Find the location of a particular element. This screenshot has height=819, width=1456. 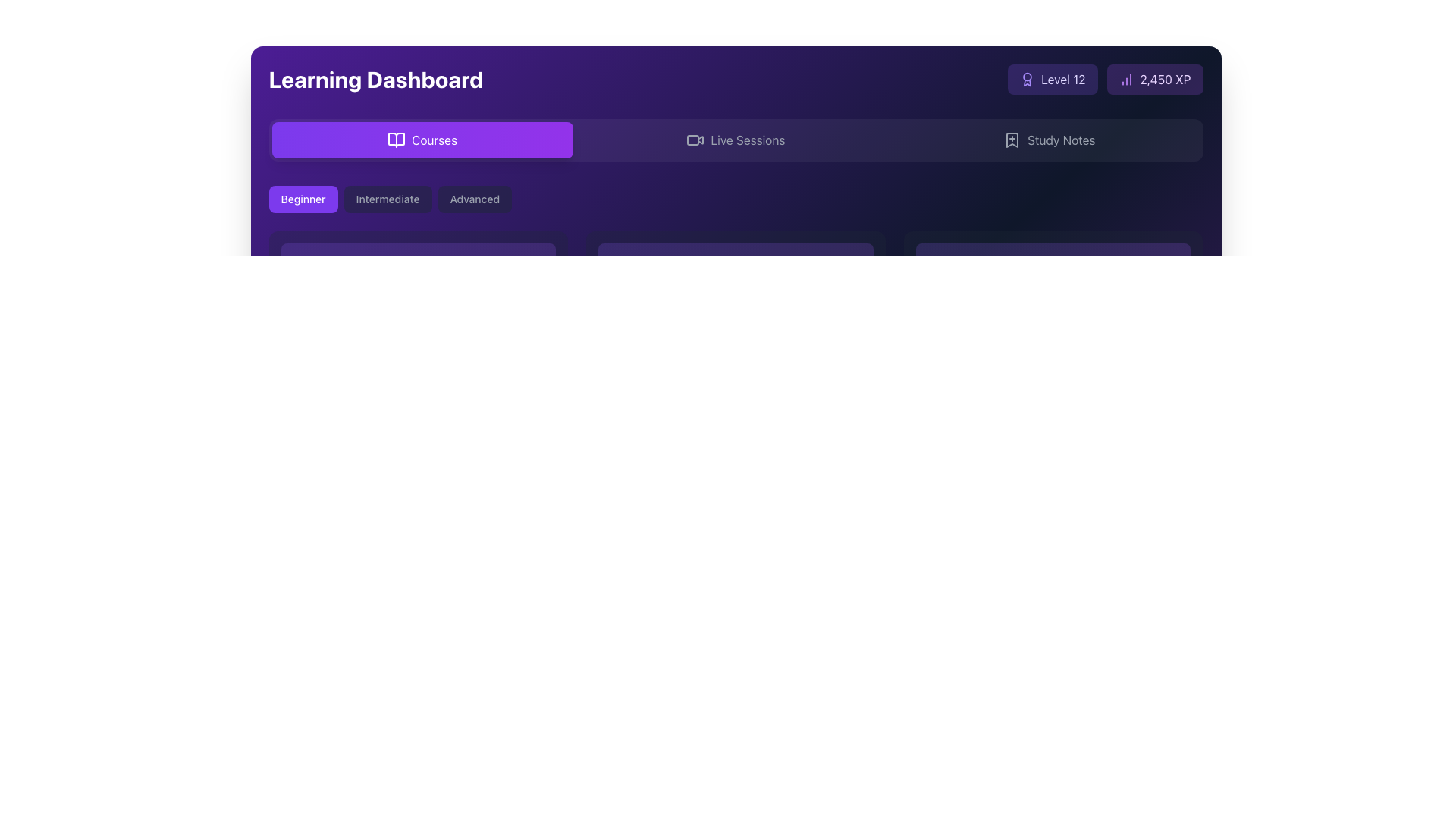

the 'Courses' icon located on the left side of the 'Courses' button to read the associated label is located at coordinates (397, 140).